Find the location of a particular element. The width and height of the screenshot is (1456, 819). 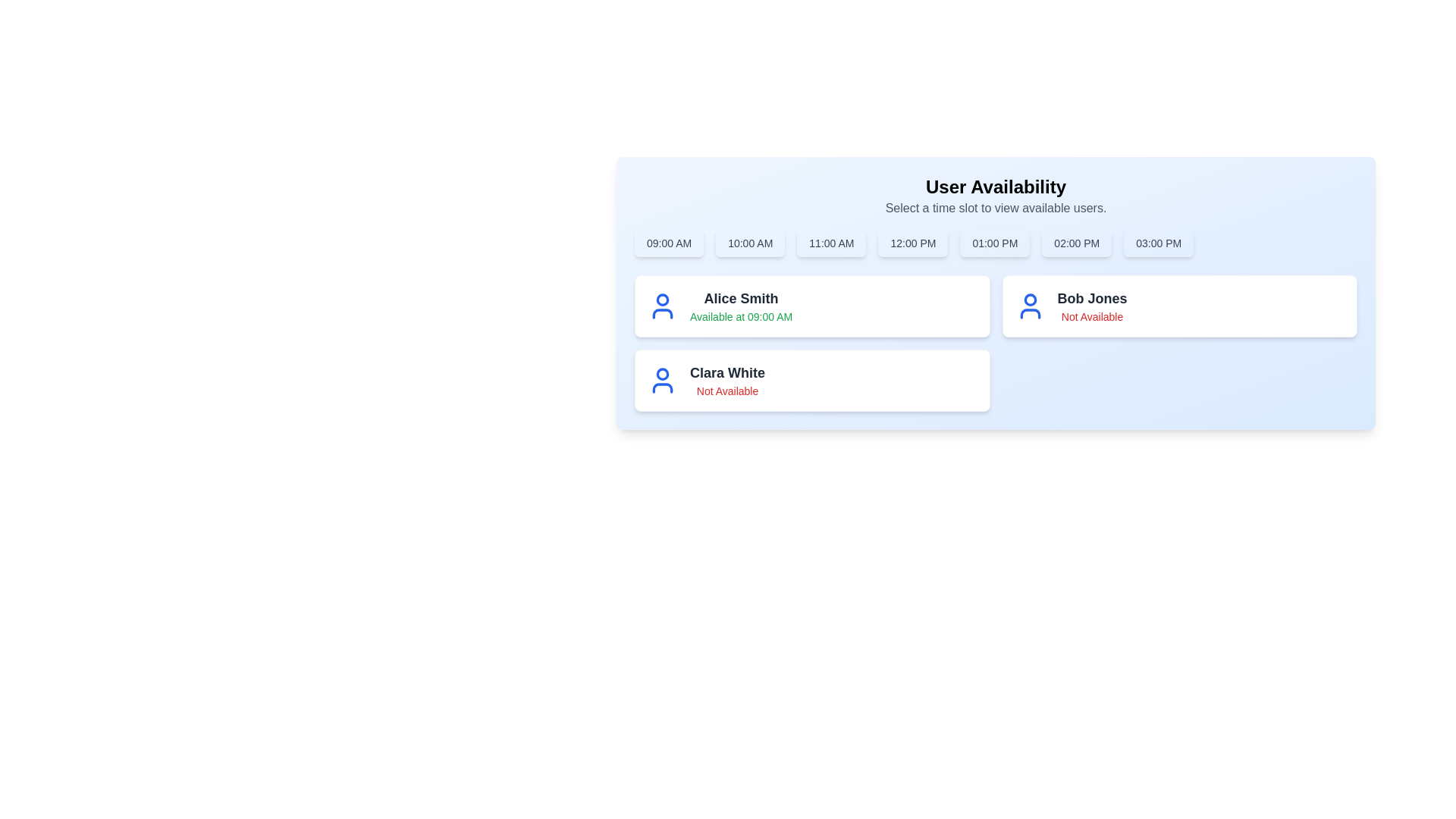

the circular head portion of the avatar icon for the user 'Bob Jones' in the user availability list is located at coordinates (1030, 300).